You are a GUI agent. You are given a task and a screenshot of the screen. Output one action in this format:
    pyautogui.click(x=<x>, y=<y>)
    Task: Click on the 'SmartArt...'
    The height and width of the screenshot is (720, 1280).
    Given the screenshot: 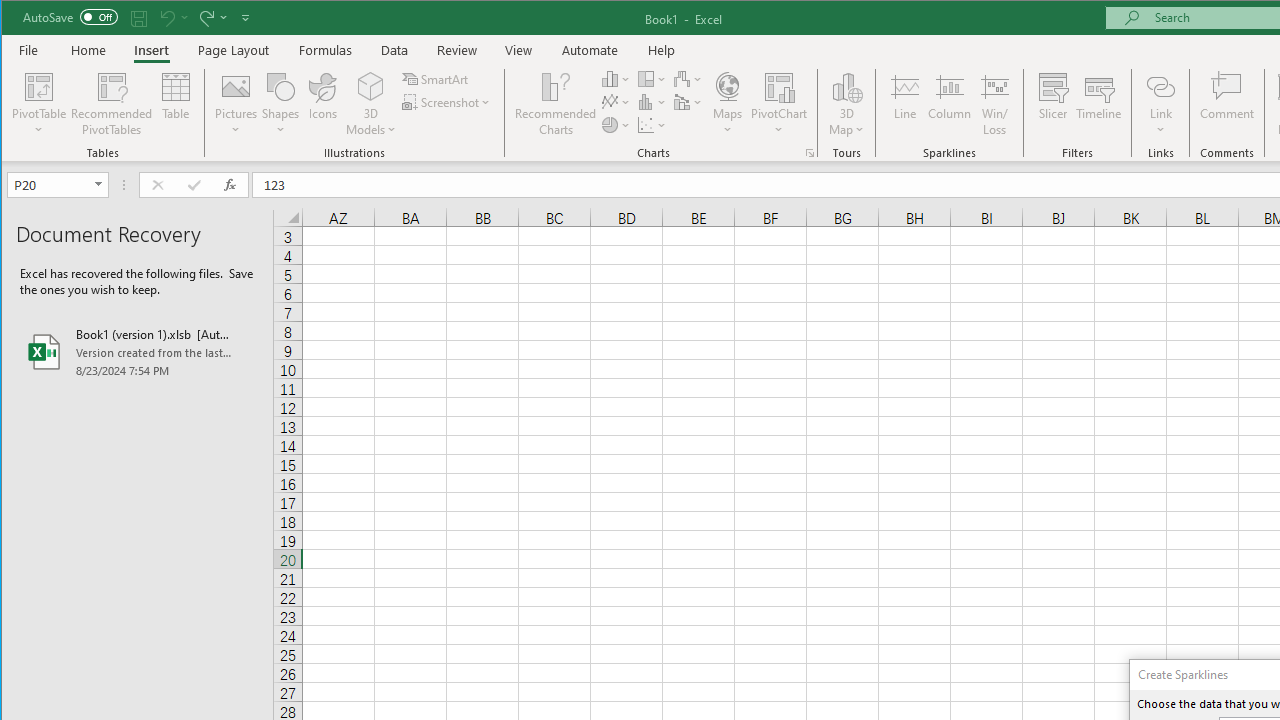 What is the action you would take?
    pyautogui.click(x=436, y=78)
    